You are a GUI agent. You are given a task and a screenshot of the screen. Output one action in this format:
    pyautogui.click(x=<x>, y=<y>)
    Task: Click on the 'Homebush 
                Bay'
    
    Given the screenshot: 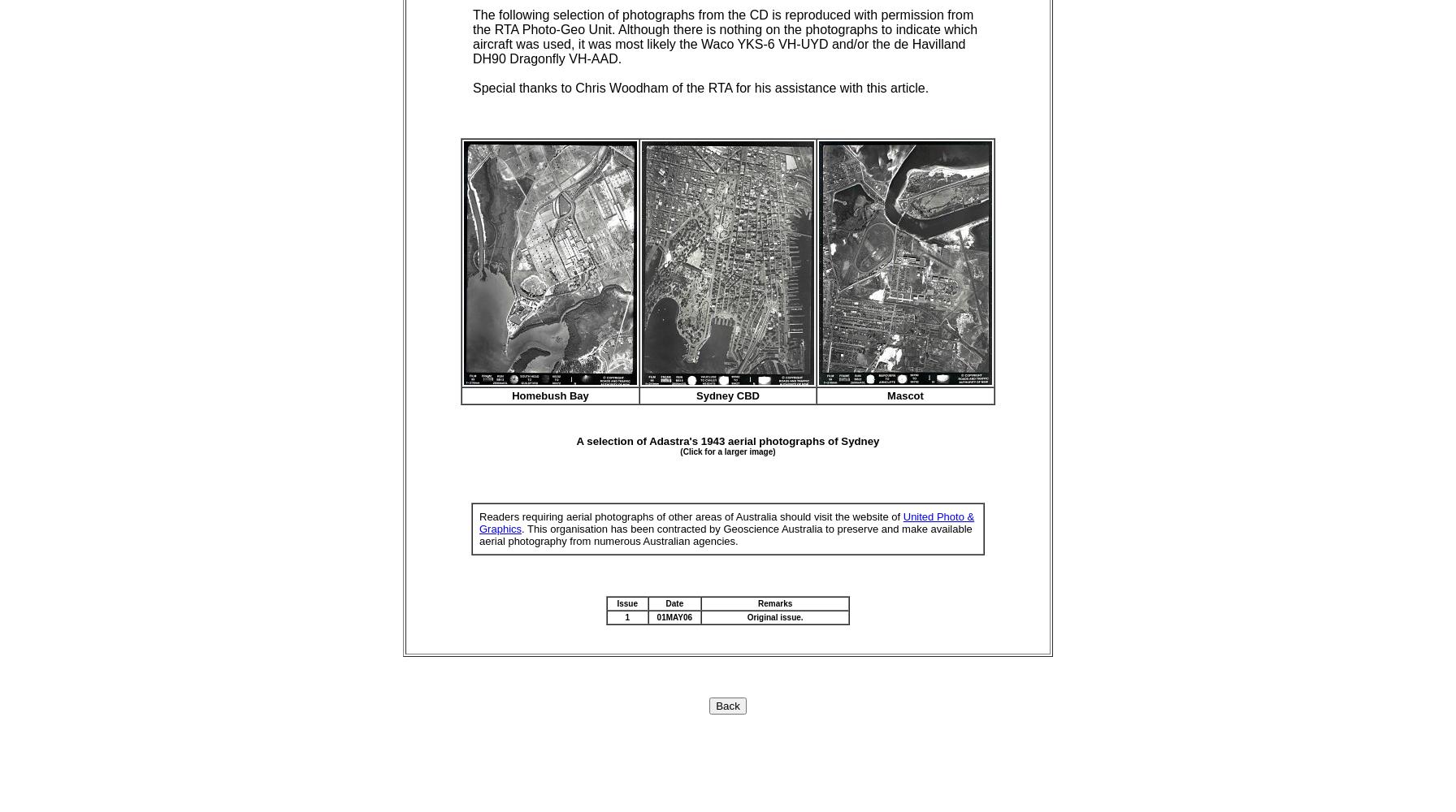 What is the action you would take?
    pyautogui.click(x=512, y=395)
    